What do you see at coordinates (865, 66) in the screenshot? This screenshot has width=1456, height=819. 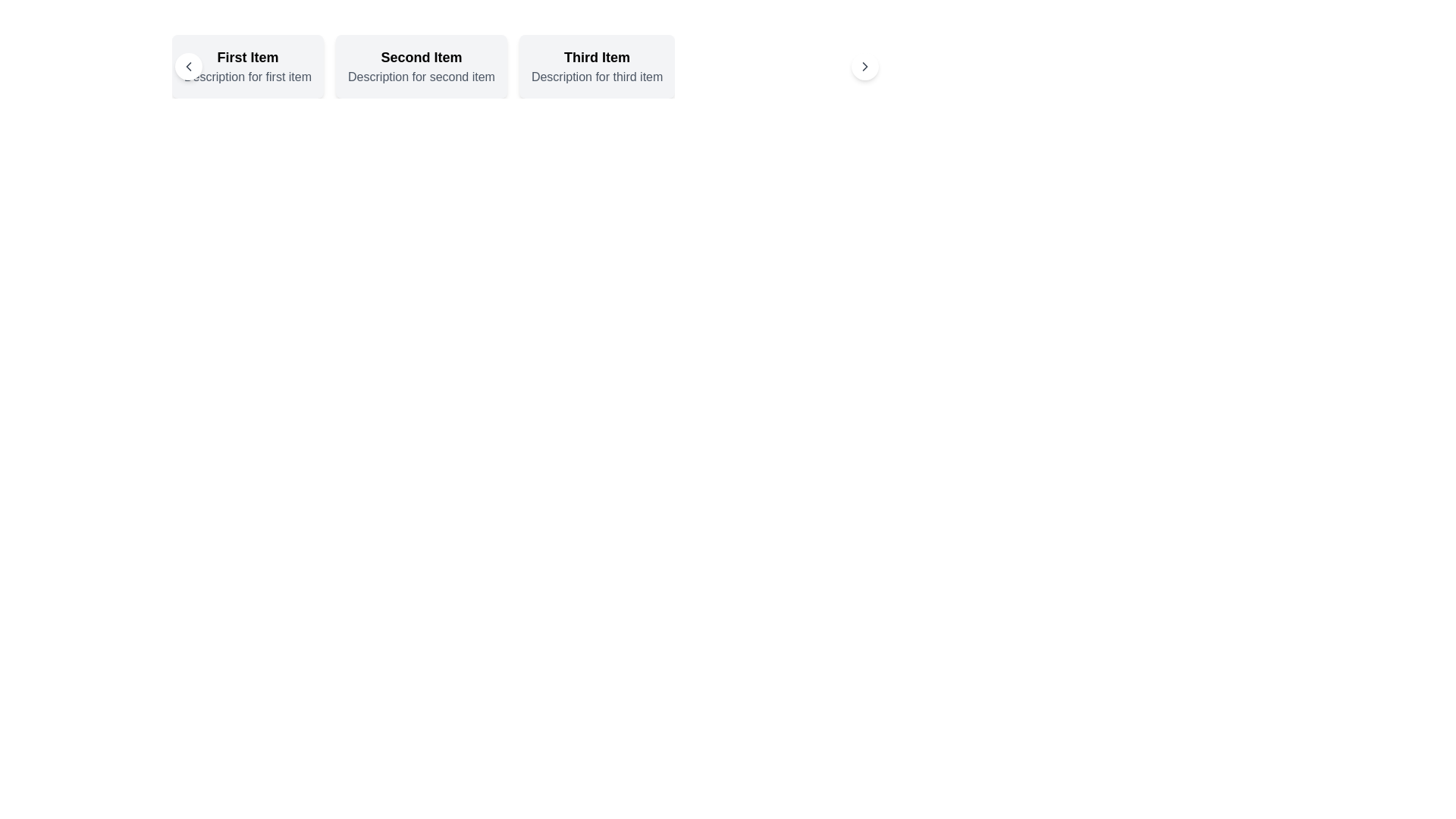 I see `the rightmost button used for navigating to the next set of items in the horizontally scrollable area` at bounding box center [865, 66].